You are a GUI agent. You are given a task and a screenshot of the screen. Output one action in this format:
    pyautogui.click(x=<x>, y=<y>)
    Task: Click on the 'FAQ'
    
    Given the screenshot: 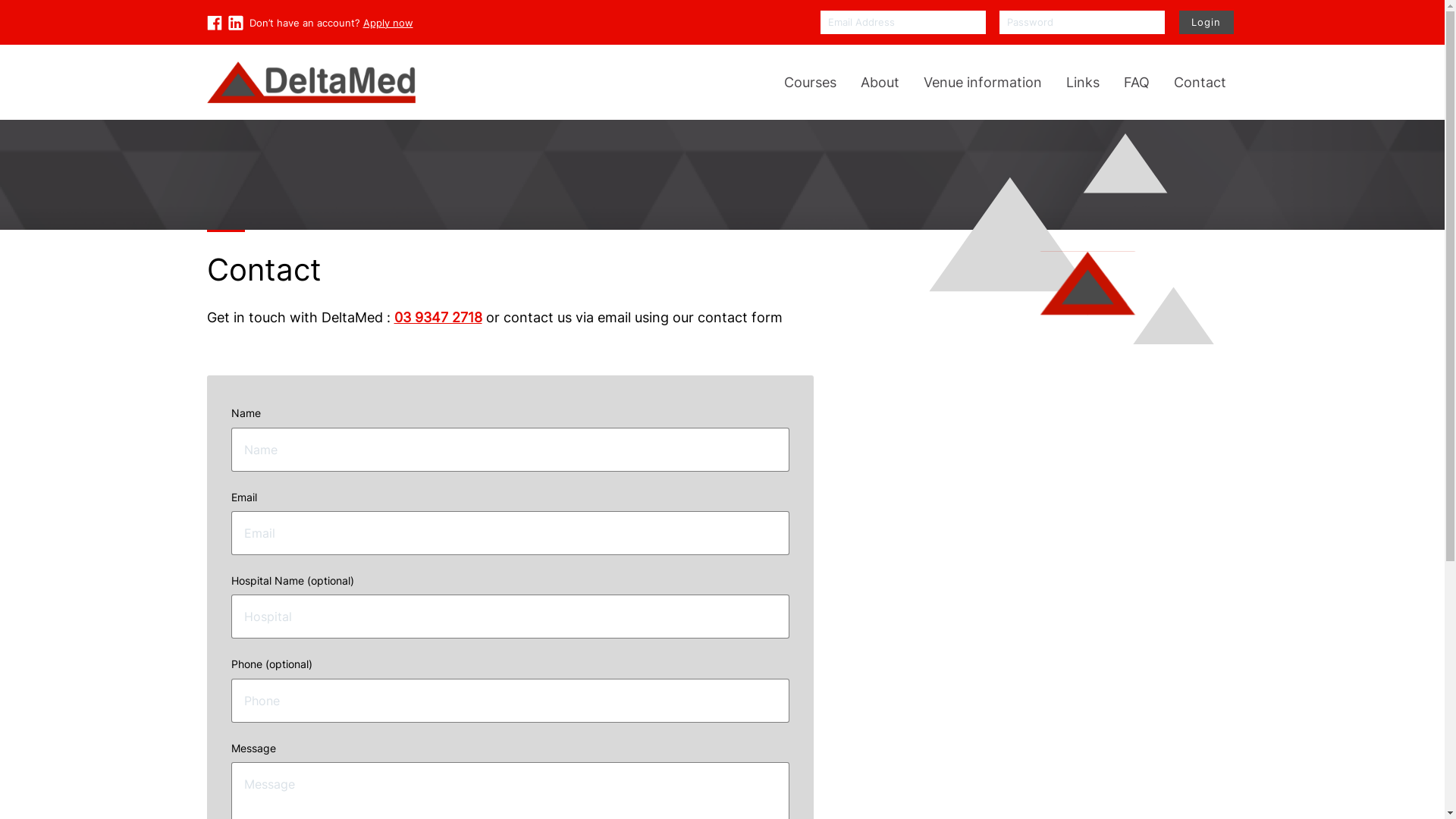 What is the action you would take?
    pyautogui.click(x=1136, y=82)
    